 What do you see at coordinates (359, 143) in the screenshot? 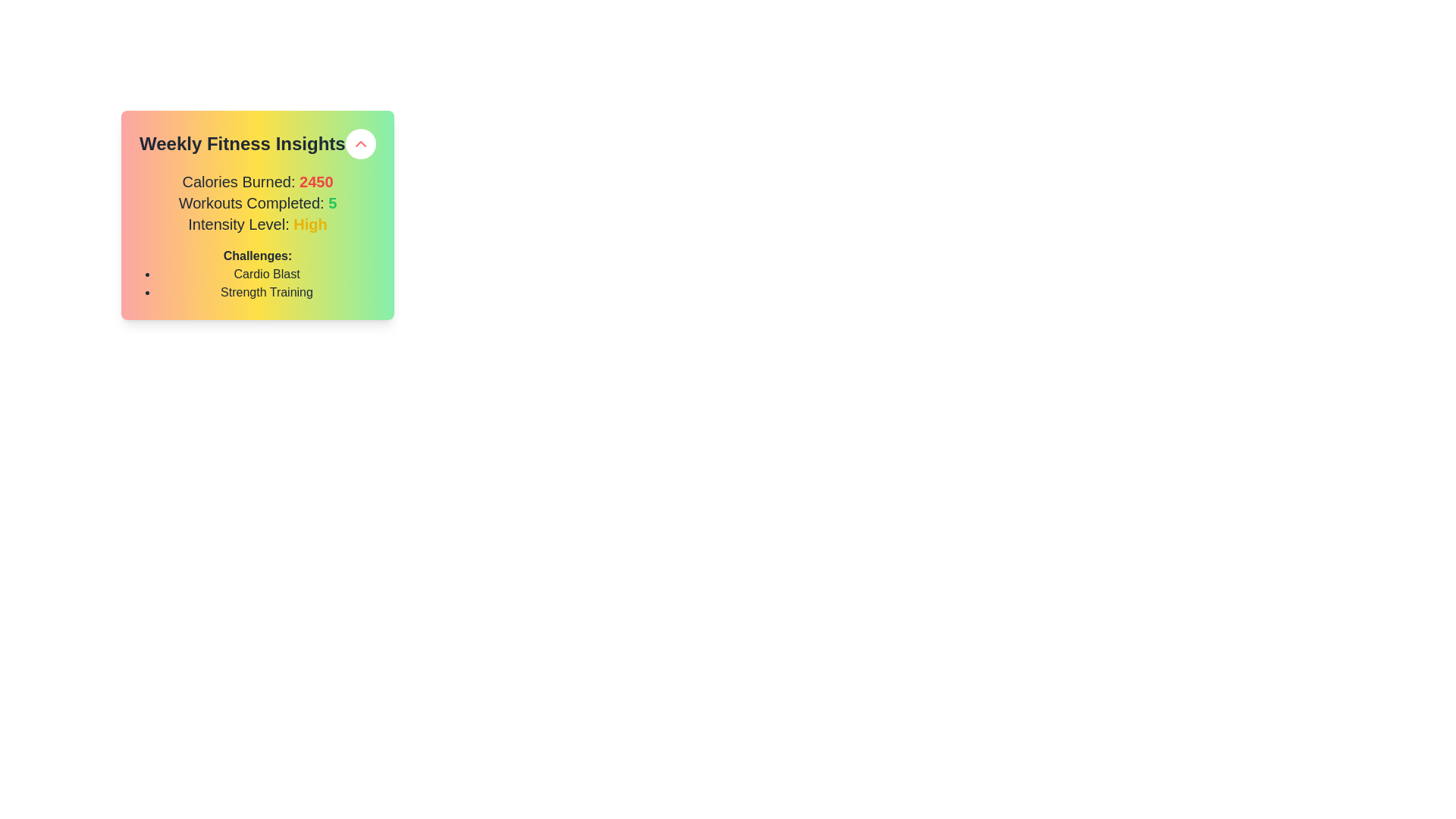
I see `the circular button with a white background and a red up arrow located at the top-right corner of the 'Weekly Fitness Insights' card` at bounding box center [359, 143].